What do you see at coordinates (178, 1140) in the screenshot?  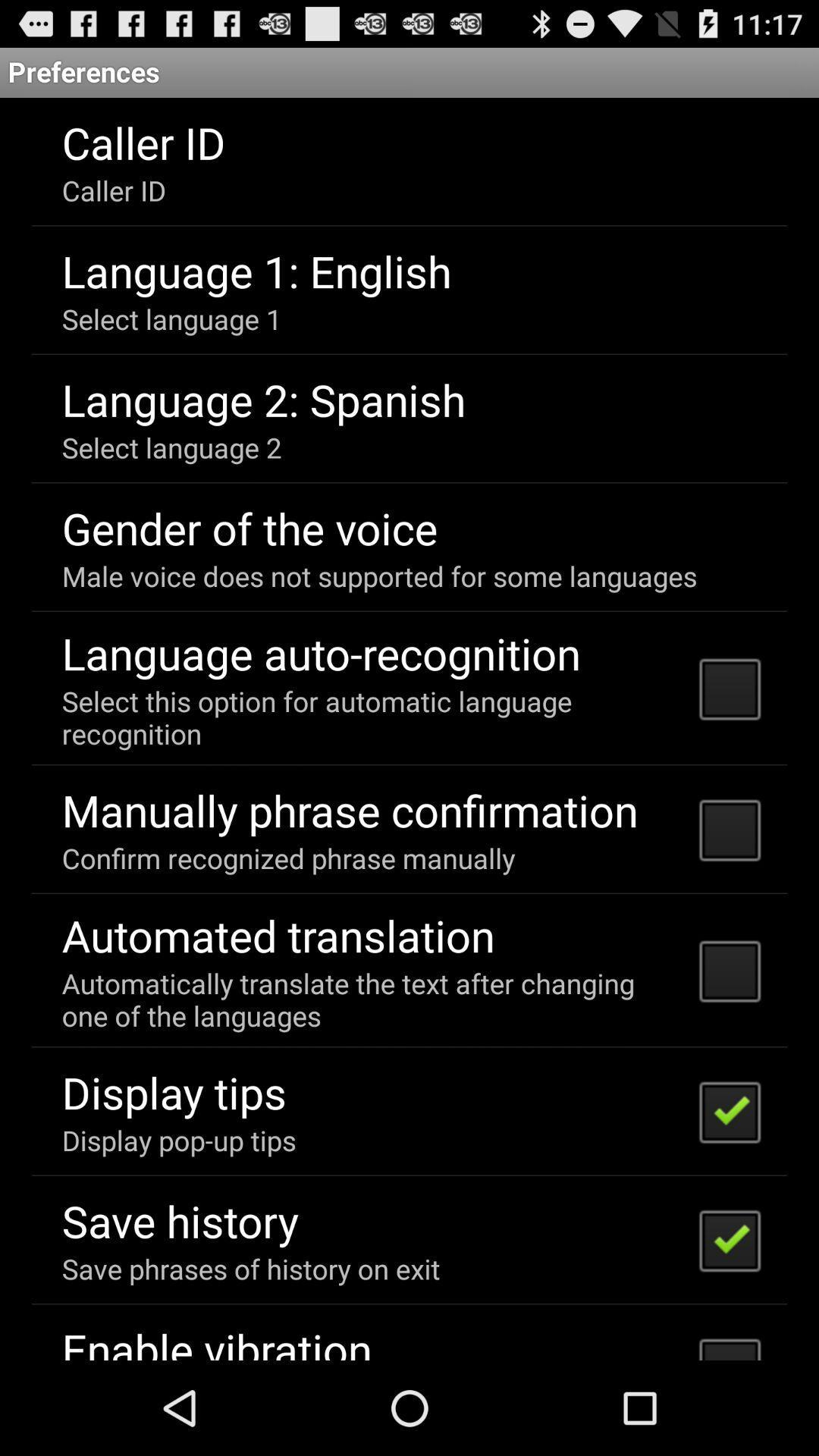 I see `the icon below display tips` at bounding box center [178, 1140].